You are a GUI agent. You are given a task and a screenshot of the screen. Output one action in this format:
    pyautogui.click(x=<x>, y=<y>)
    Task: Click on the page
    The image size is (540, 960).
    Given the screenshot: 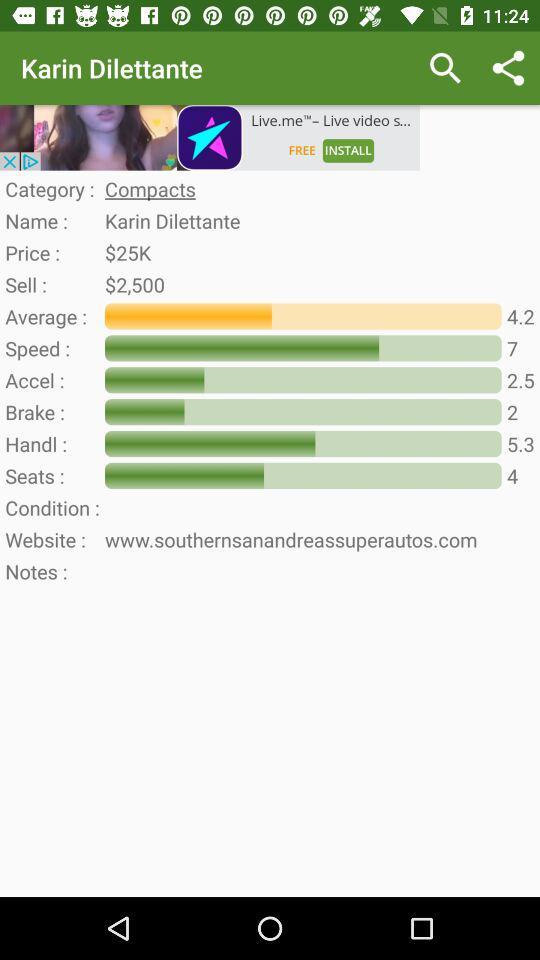 What is the action you would take?
    pyautogui.click(x=209, y=136)
    